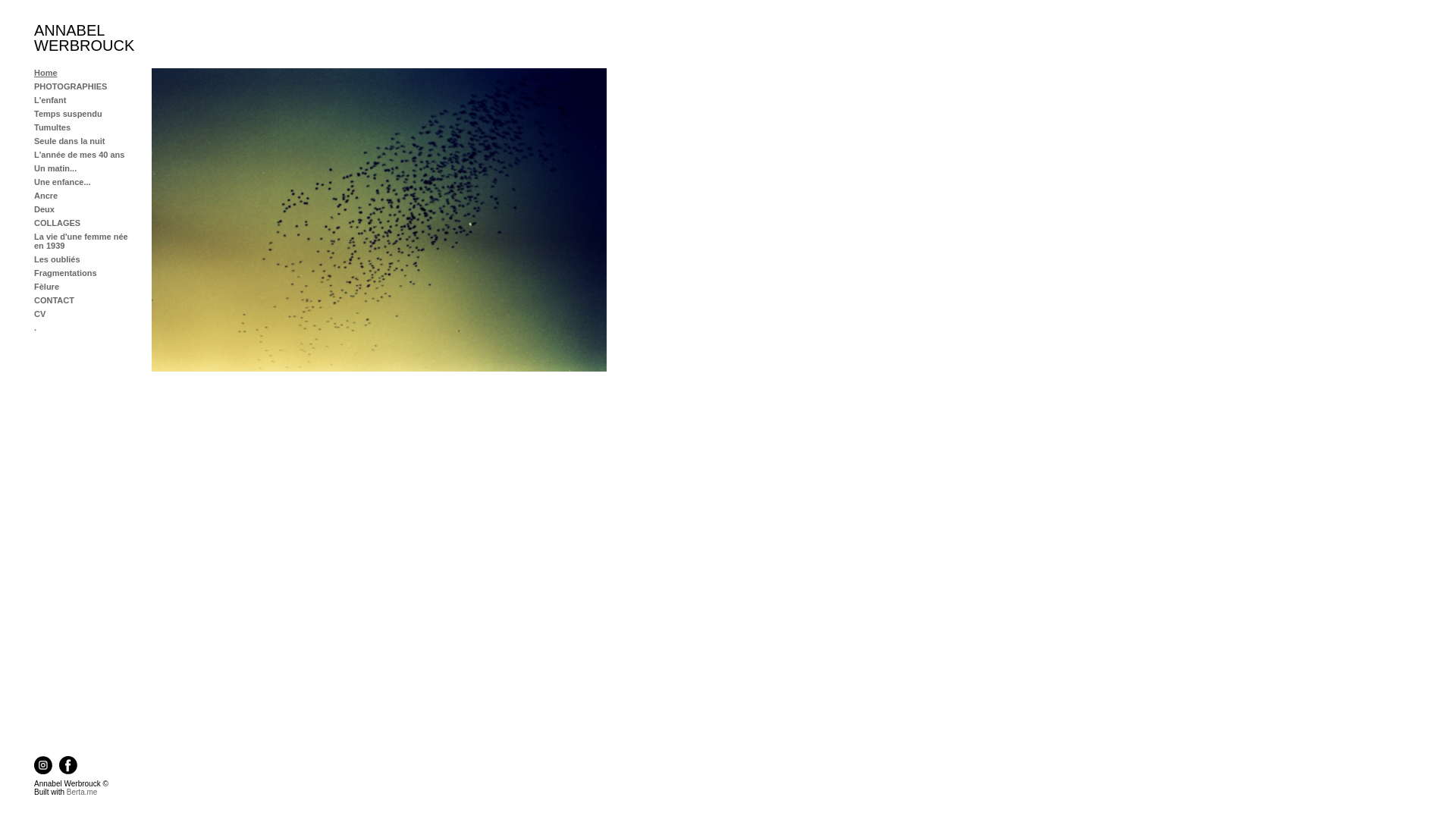  What do you see at coordinates (50, 99) in the screenshot?
I see `'L'enfant'` at bounding box center [50, 99].